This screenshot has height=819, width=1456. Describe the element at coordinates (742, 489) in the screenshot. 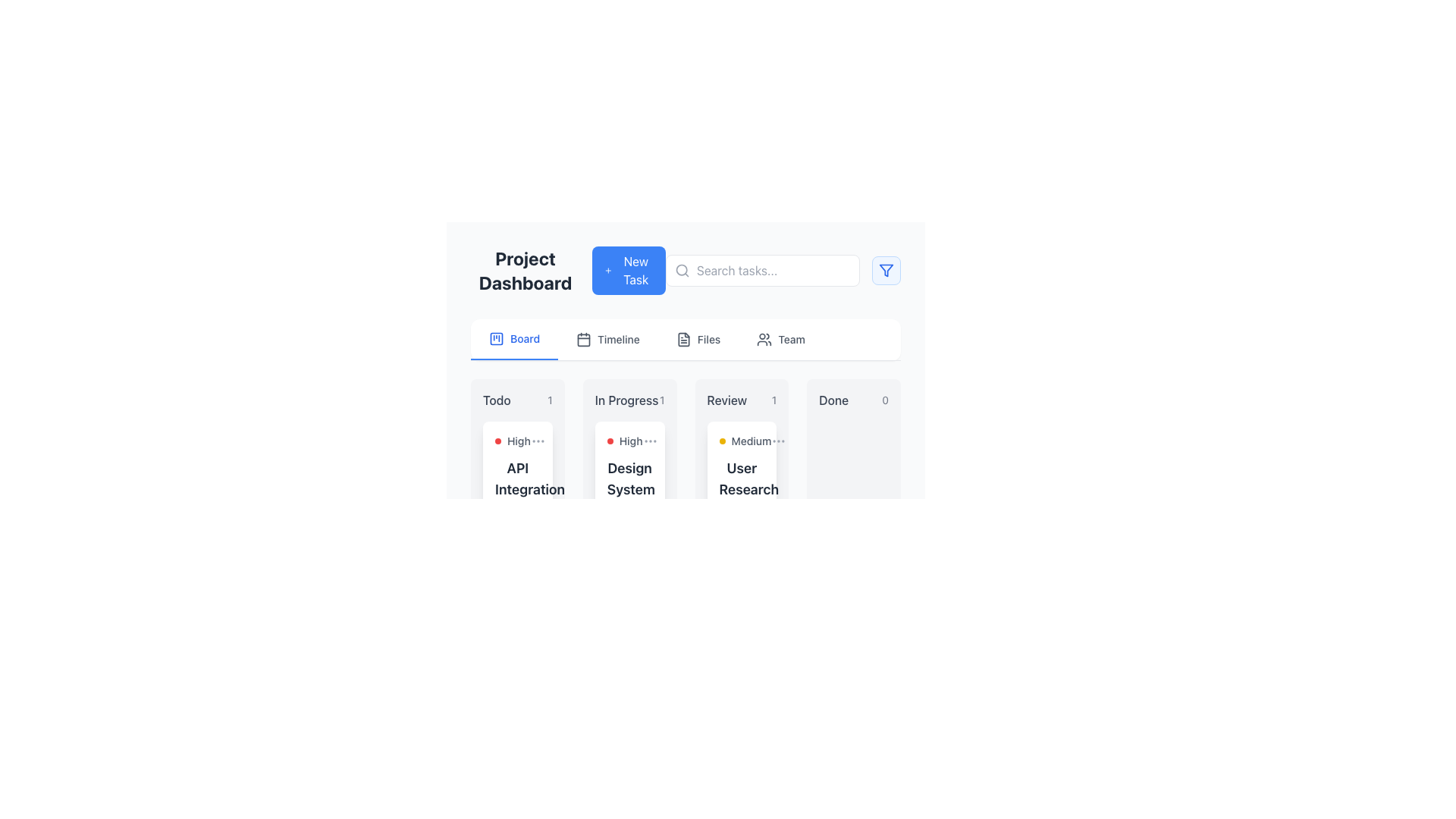

I see `the 'User Research Analysis' label which is prominently displayed in bold, large font within the Review column of the project dashboard` at that location.